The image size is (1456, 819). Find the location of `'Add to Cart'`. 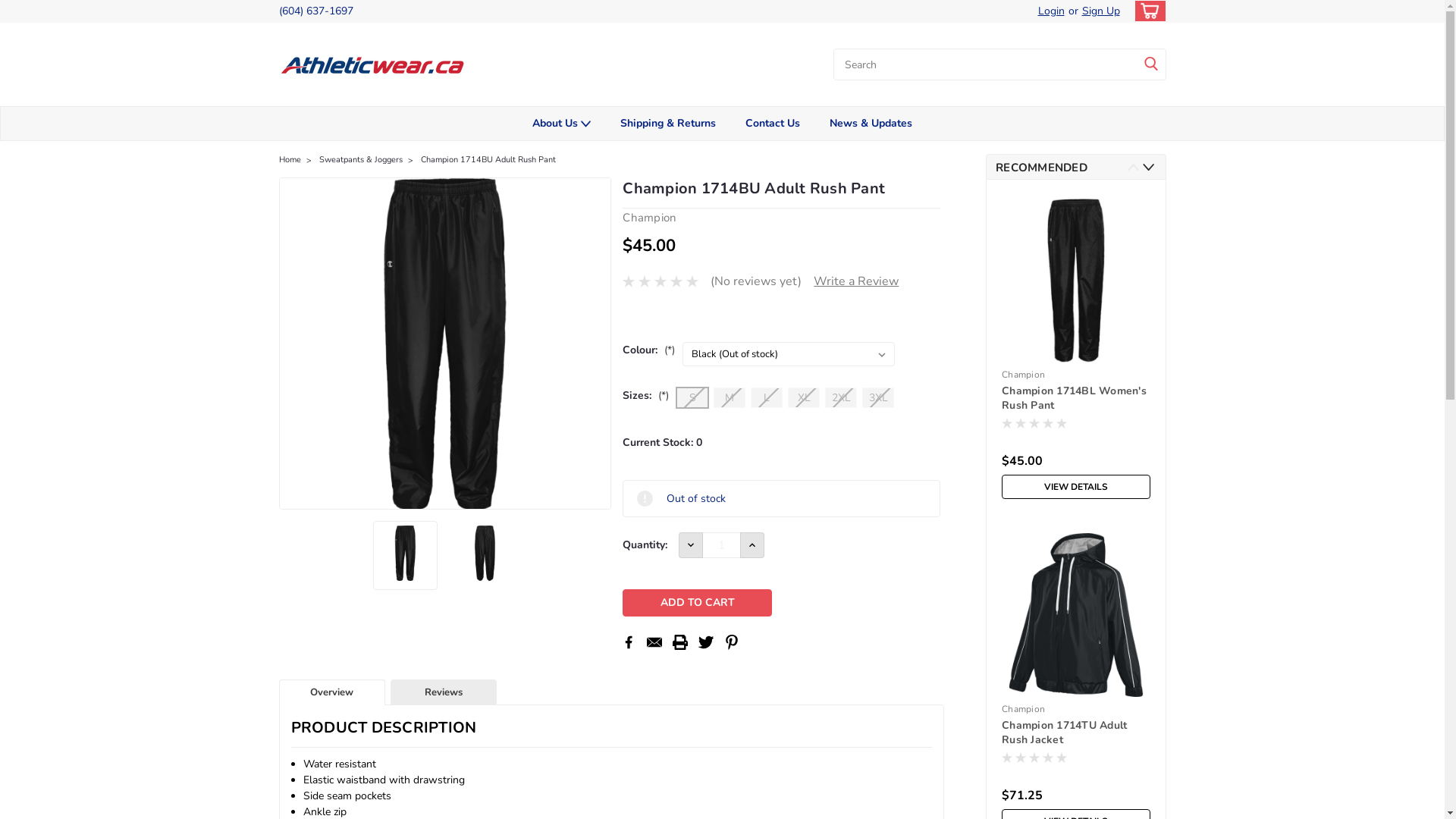

'Add to Cart' is located at coordinates (696, 601).